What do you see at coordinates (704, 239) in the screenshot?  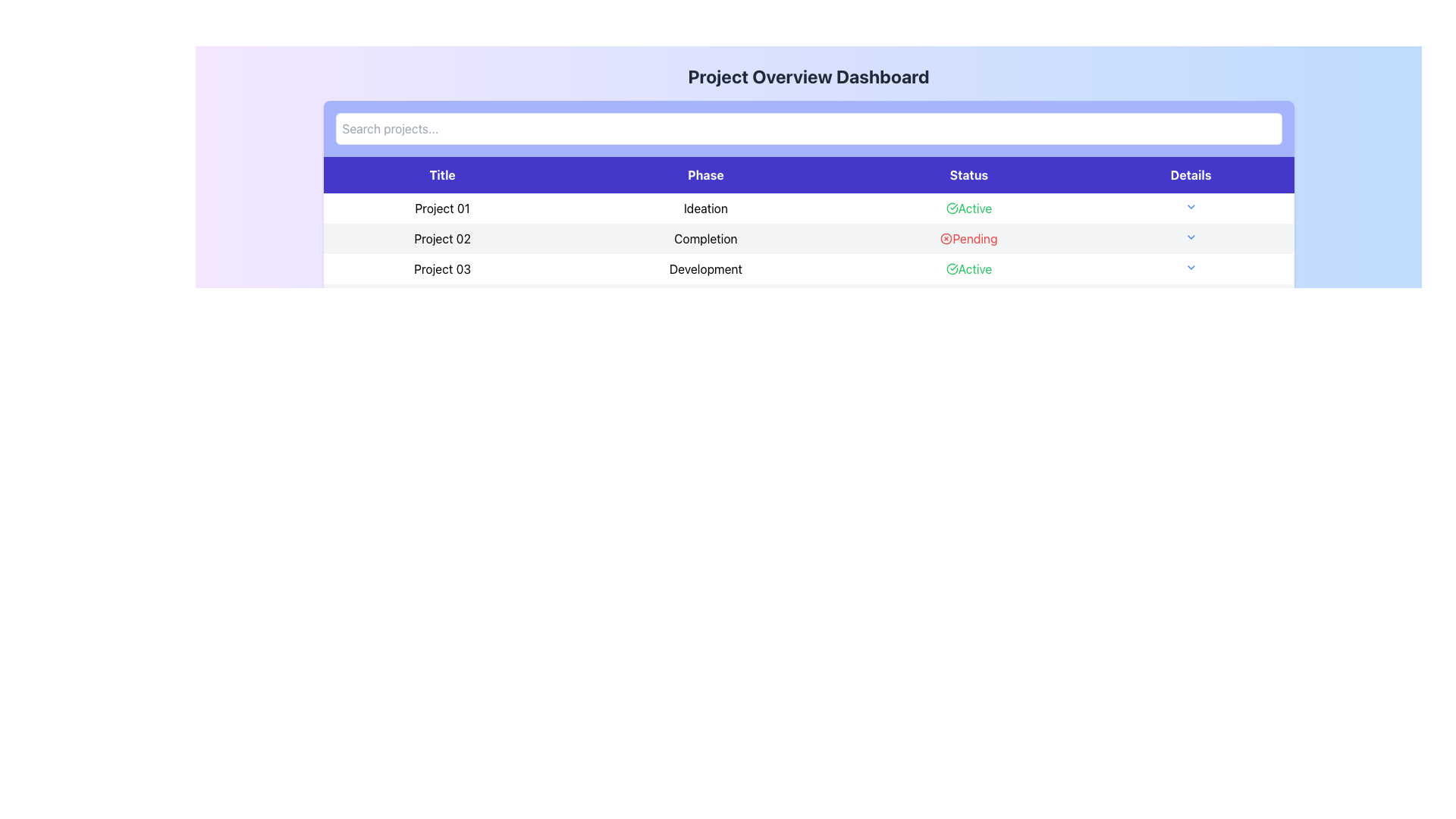 I see `the text label displaying 'Completion' in the second row of the project's table under the 'Phase' column, which is center-aligned within its cell` at bounding box center [704, 239].